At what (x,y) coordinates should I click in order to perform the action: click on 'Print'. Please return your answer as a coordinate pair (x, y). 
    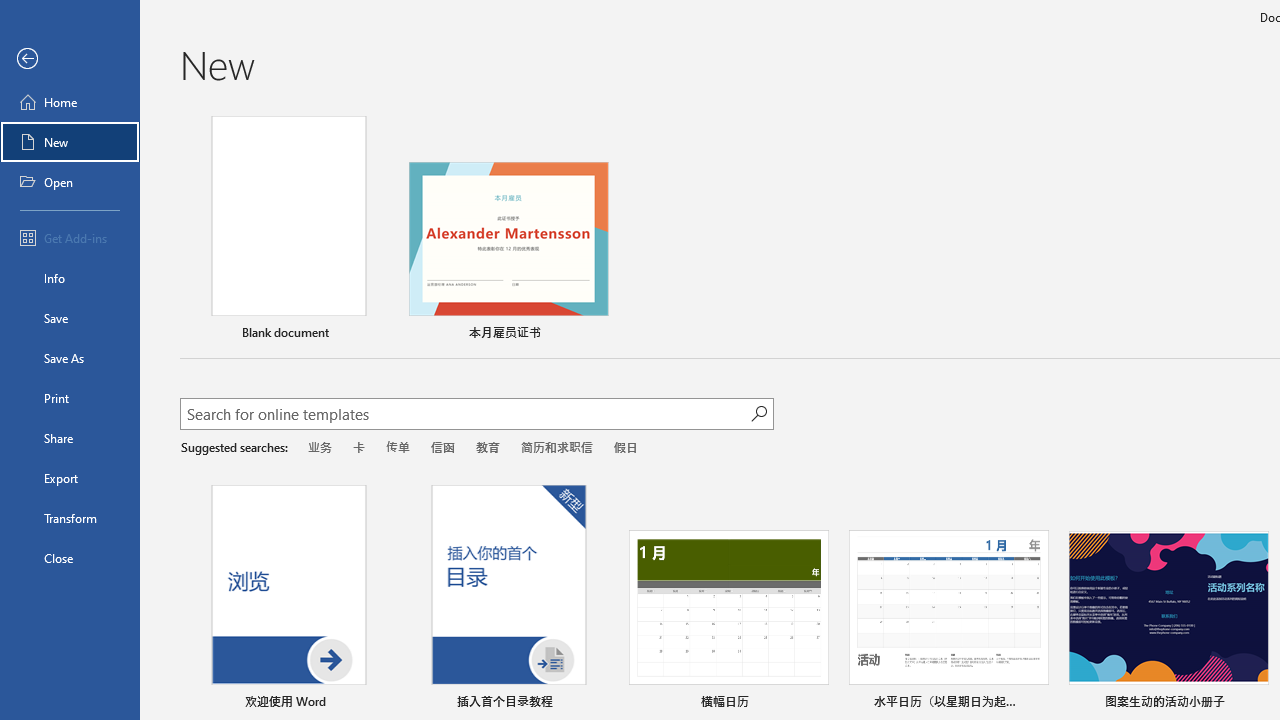
    Looking at the image, I should click on (69, 398).